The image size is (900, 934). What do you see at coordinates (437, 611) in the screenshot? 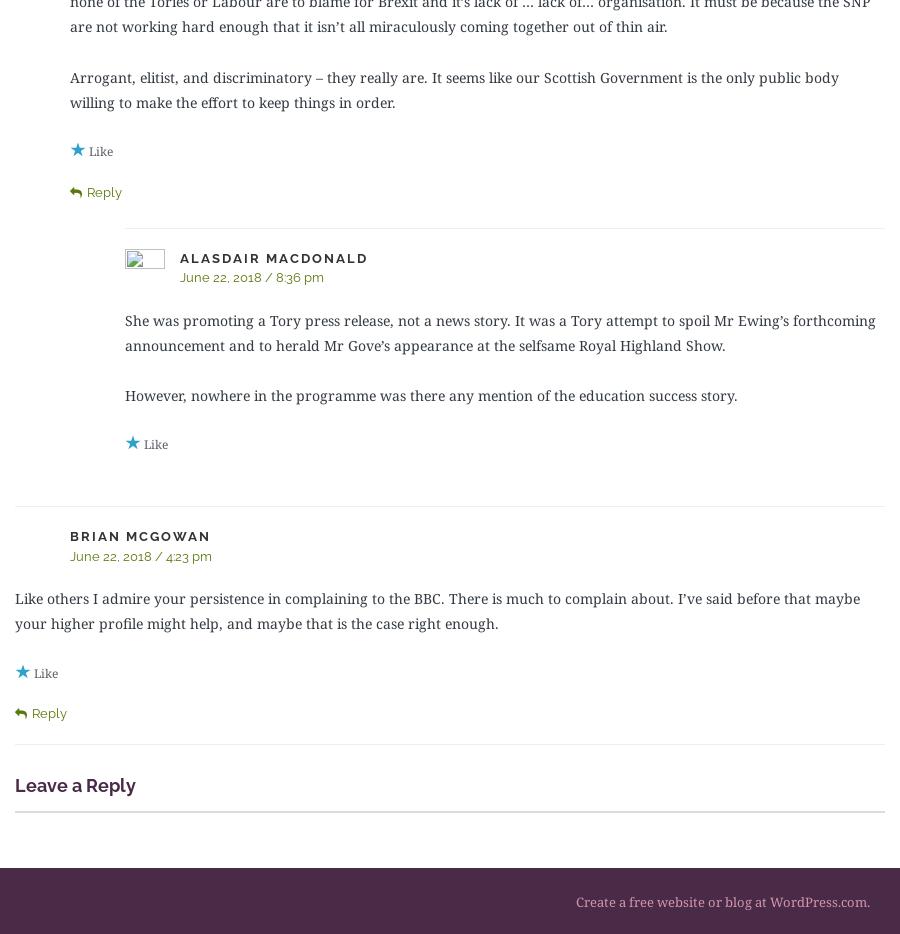
I see `'Like others I admire your persistence in complaining to the BBC. There is much to complain about. I’ve said before that maybe your higher profile might help, and maybe that is the case right enough.'` at bounding box center [437, 611].